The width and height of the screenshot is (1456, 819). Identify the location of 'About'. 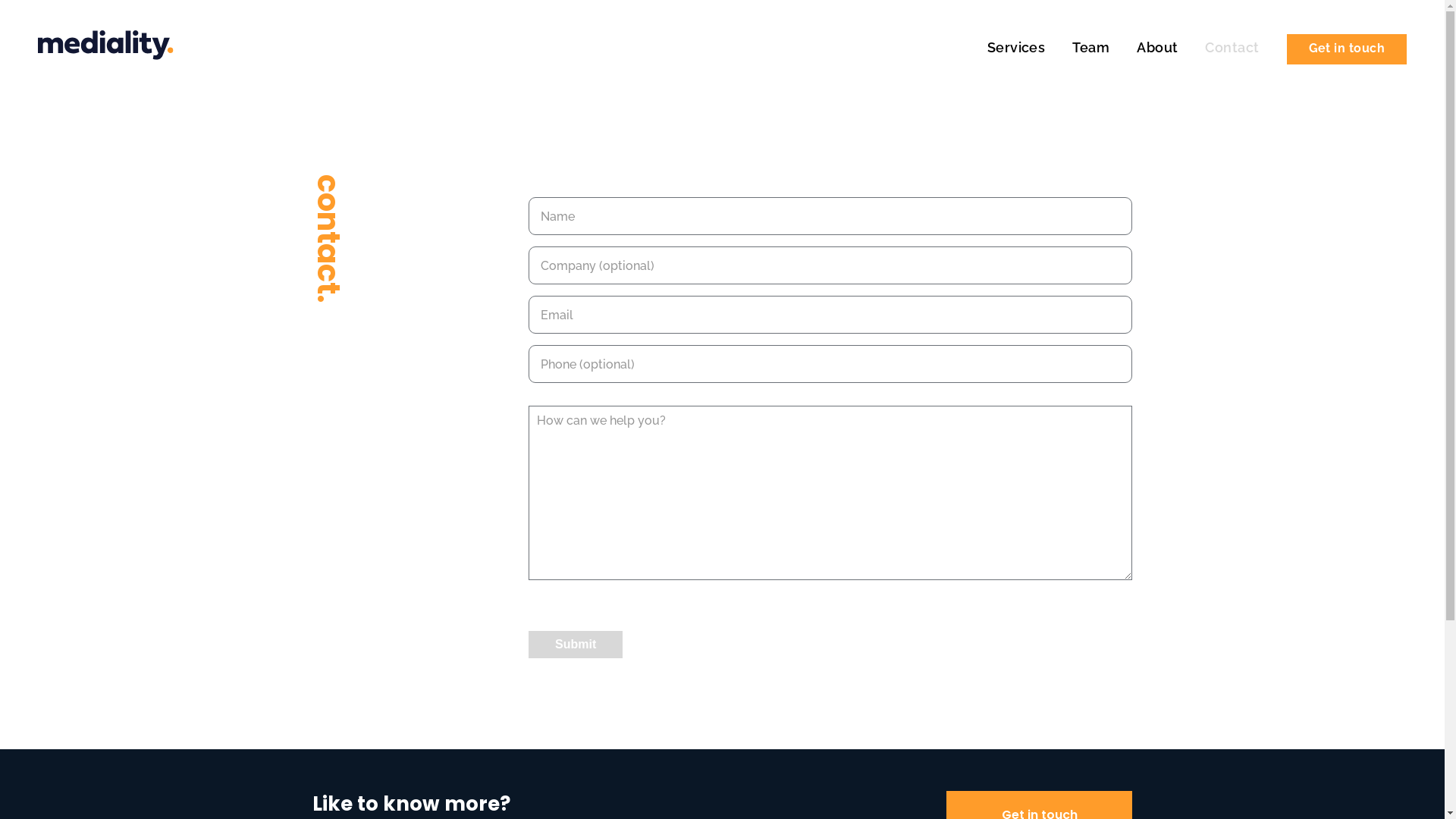
(1164, 46).